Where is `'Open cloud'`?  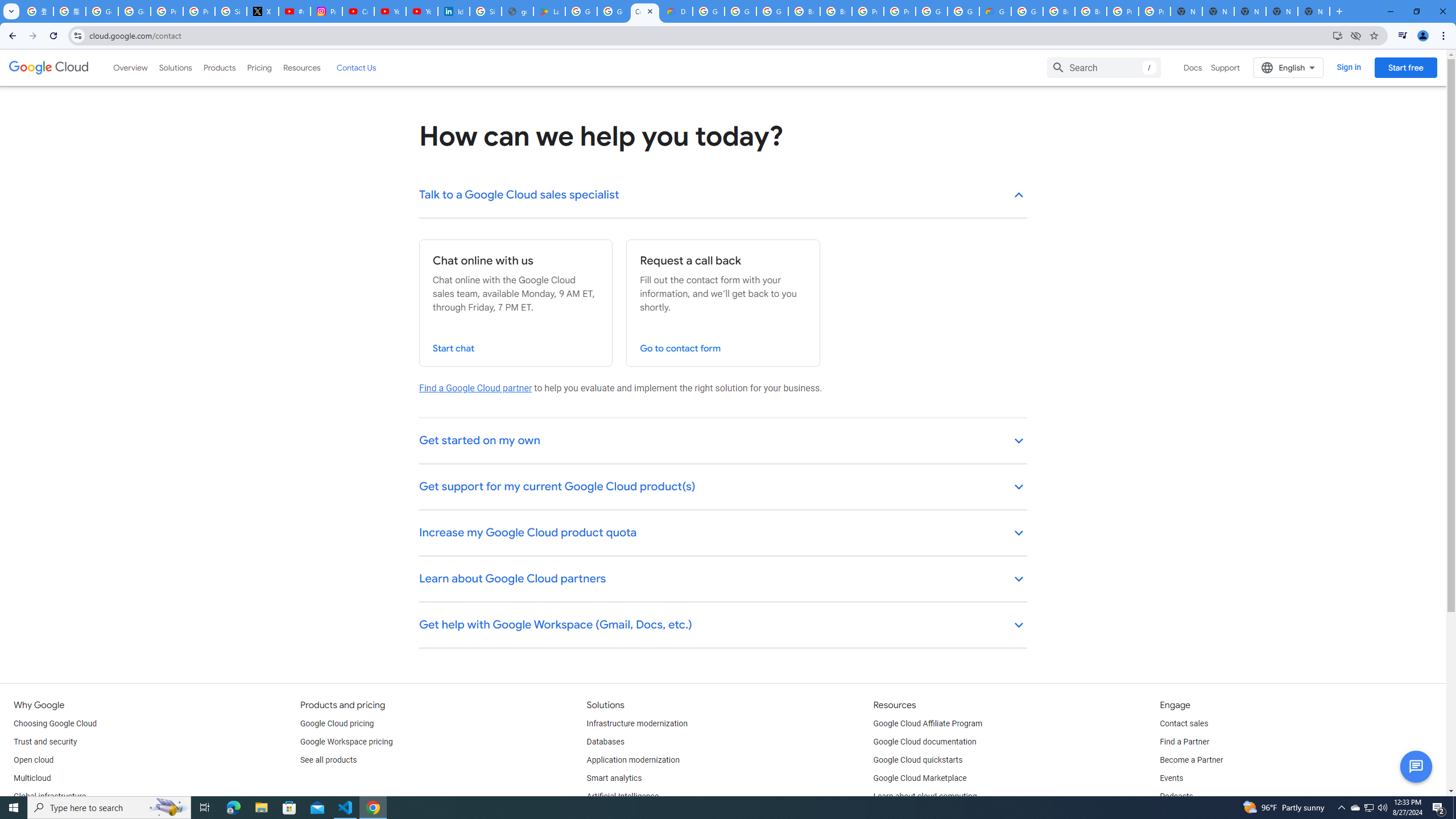
'Open cloud' is located at coordinates (32, 760).